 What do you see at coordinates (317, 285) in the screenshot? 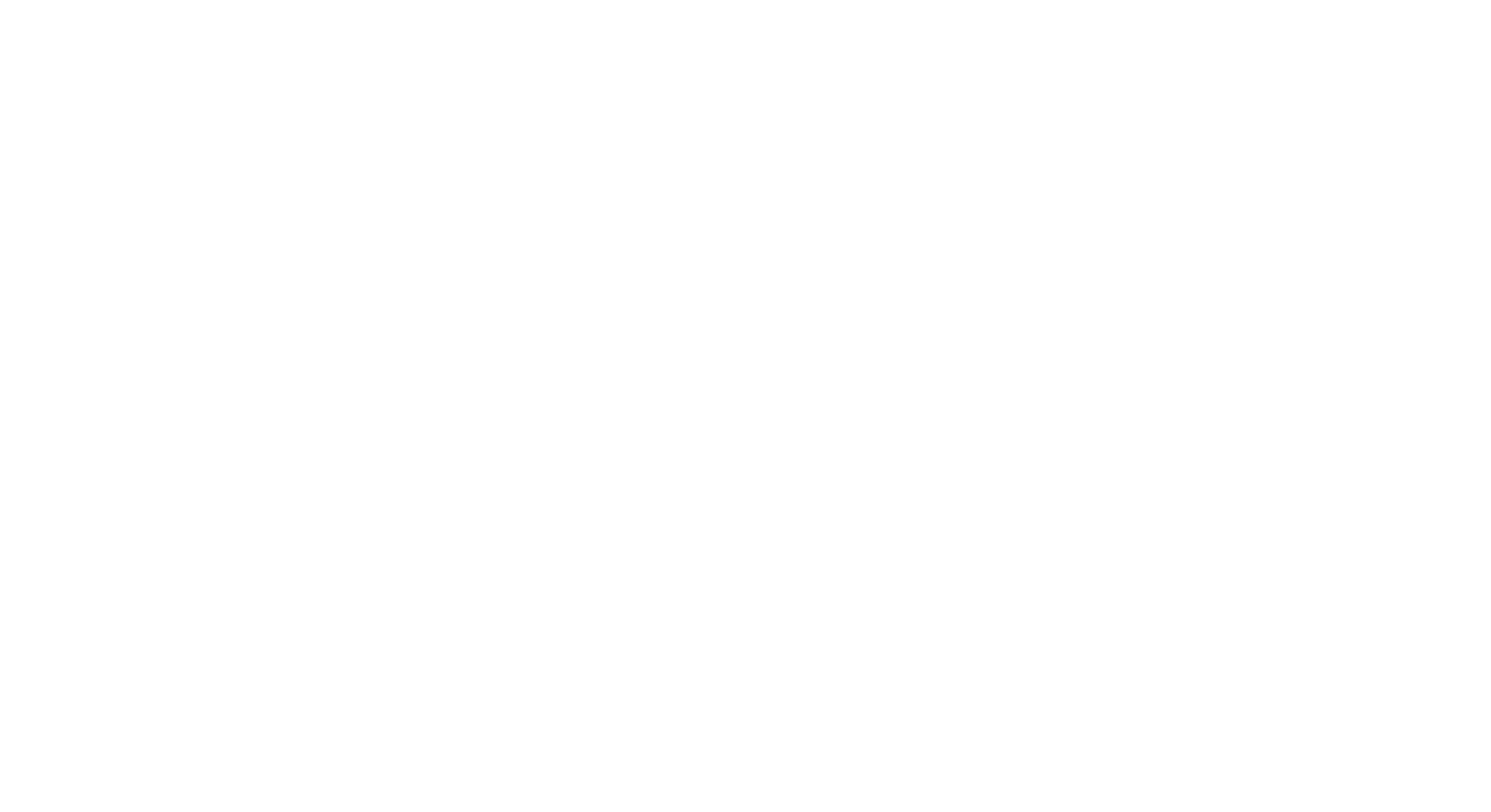
I see `'Author'` at bounding box center [317, 285].